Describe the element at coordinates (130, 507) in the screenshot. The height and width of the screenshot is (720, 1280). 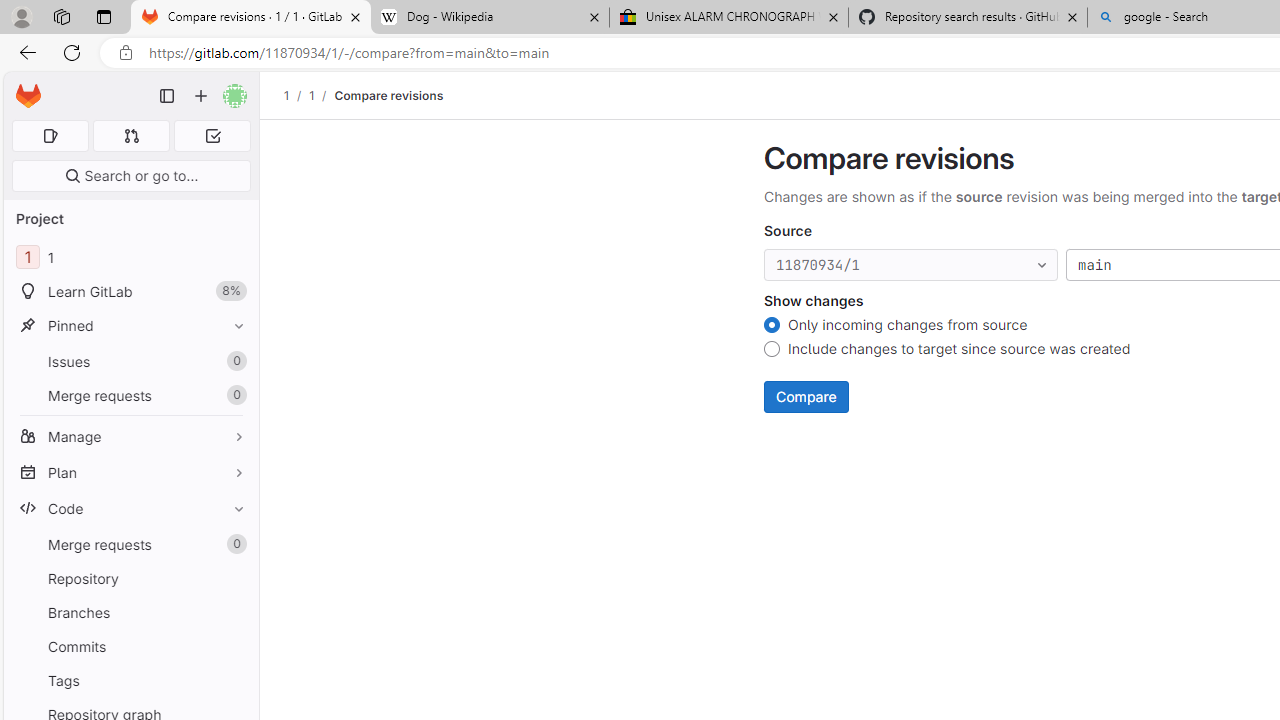
I see `'Code'` at that location.